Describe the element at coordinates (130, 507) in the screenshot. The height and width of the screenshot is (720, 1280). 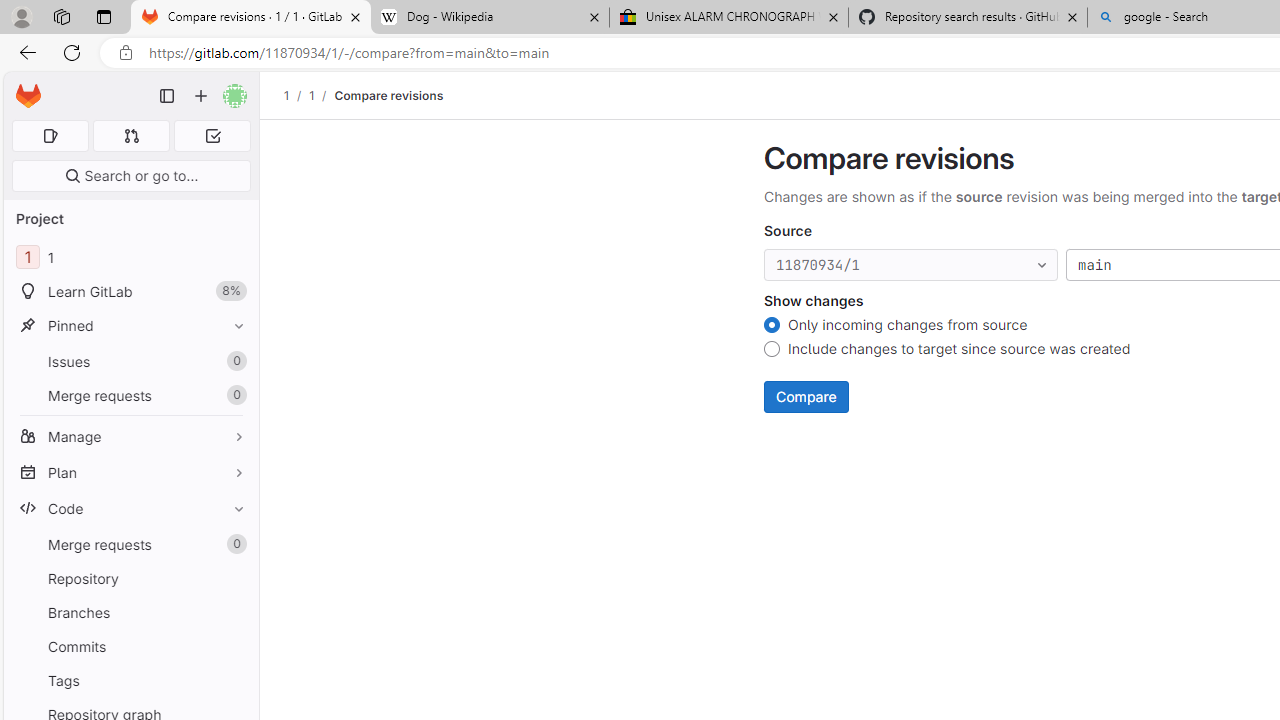
I see `'Code'` at that location.